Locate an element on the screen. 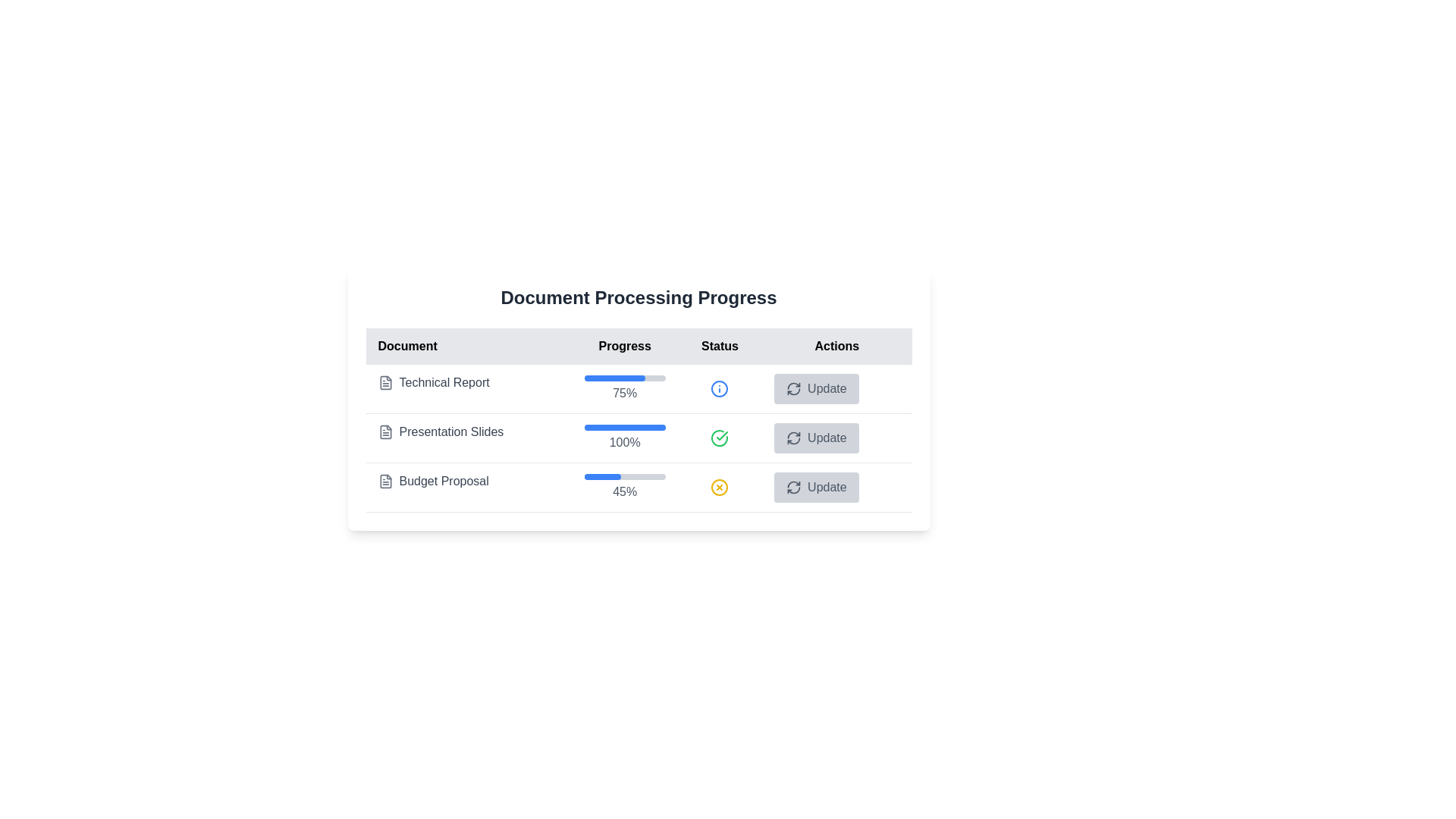 This screenshot has height=819, width=1456. the progress indicator displaying '100%' for the document labeled 'Presentation Slides', which is the second row in the table of documents is located at coordinates (639, 438).